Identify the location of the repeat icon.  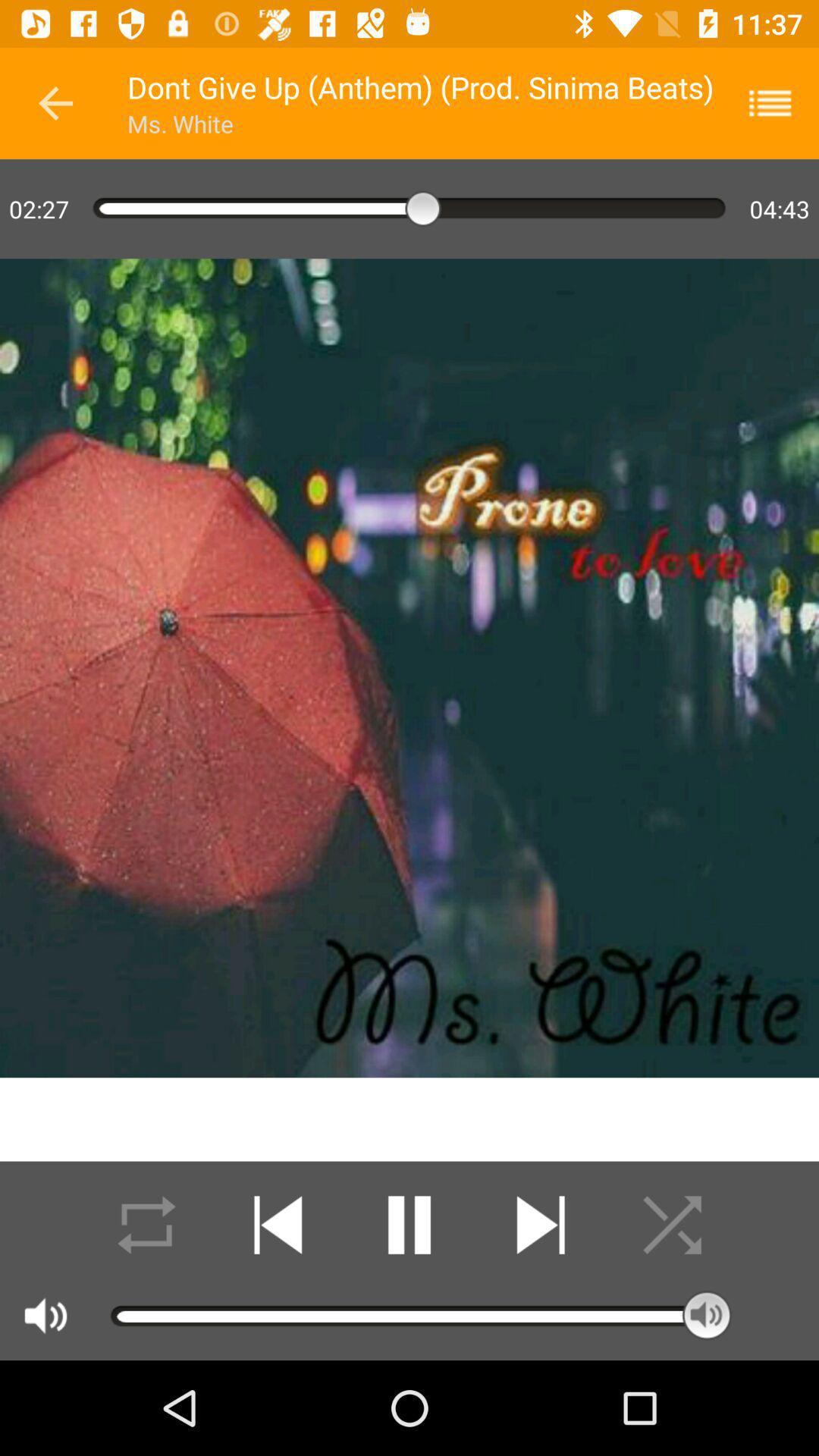
(146, 1225).